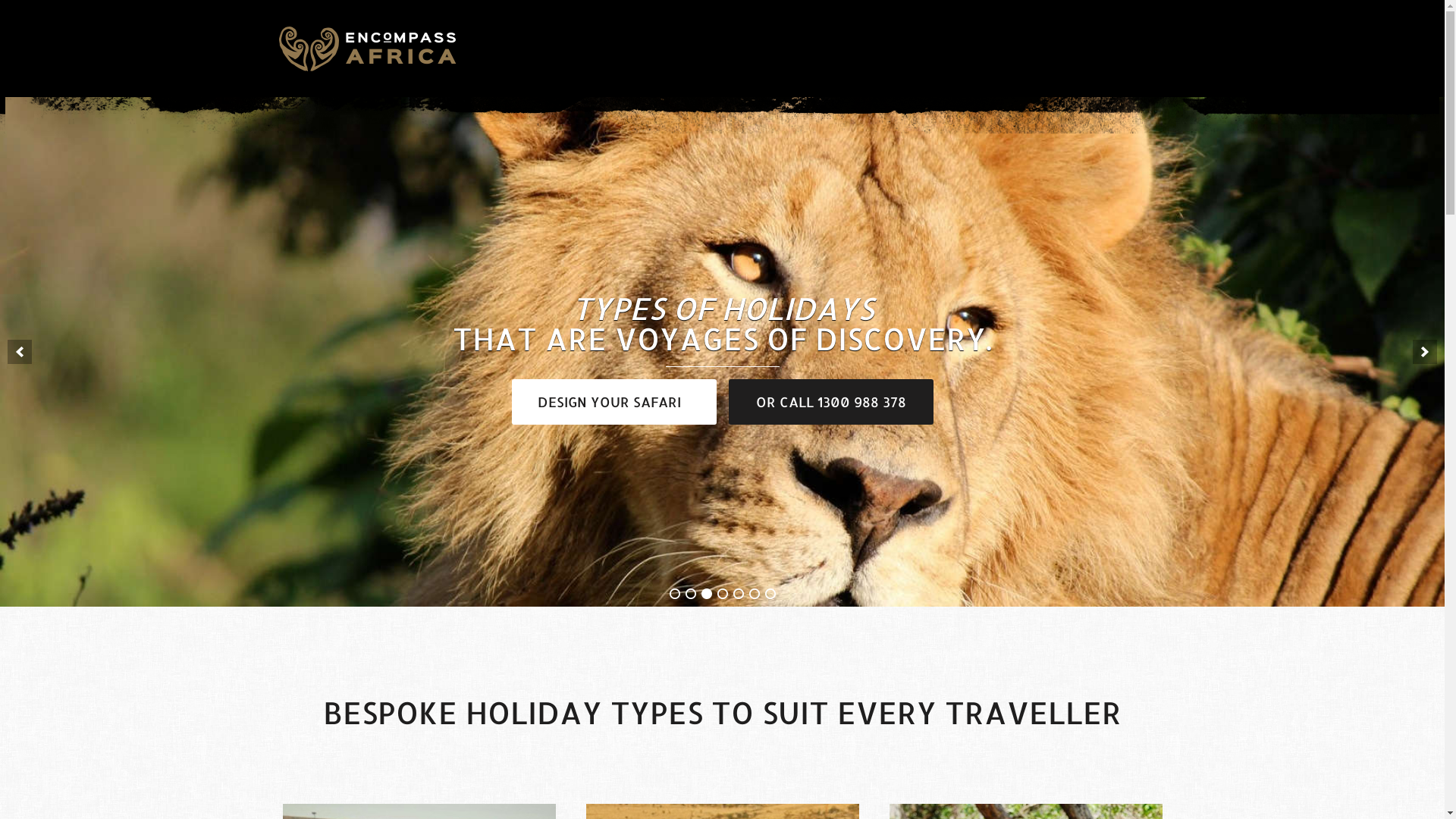  I want to click on 'OR CALL 1300 988 378', so click(829, 400).